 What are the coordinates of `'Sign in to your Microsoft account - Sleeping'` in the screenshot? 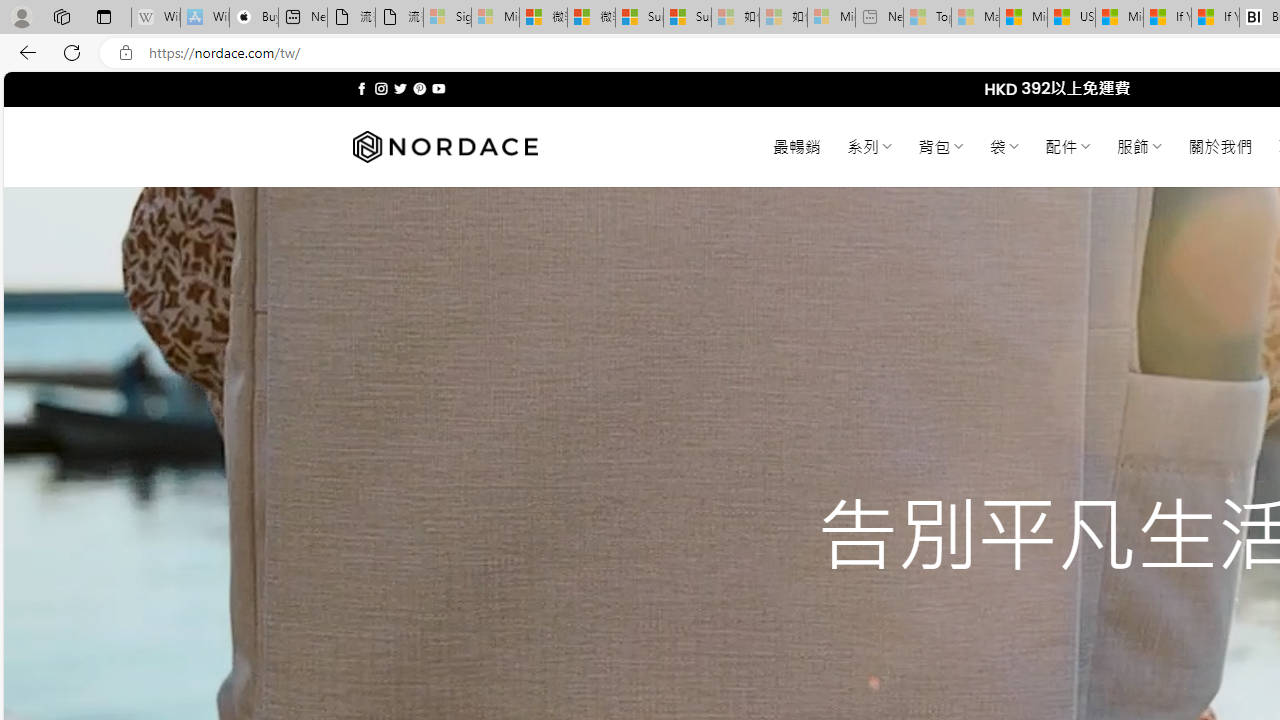 It's located at (446, 17).